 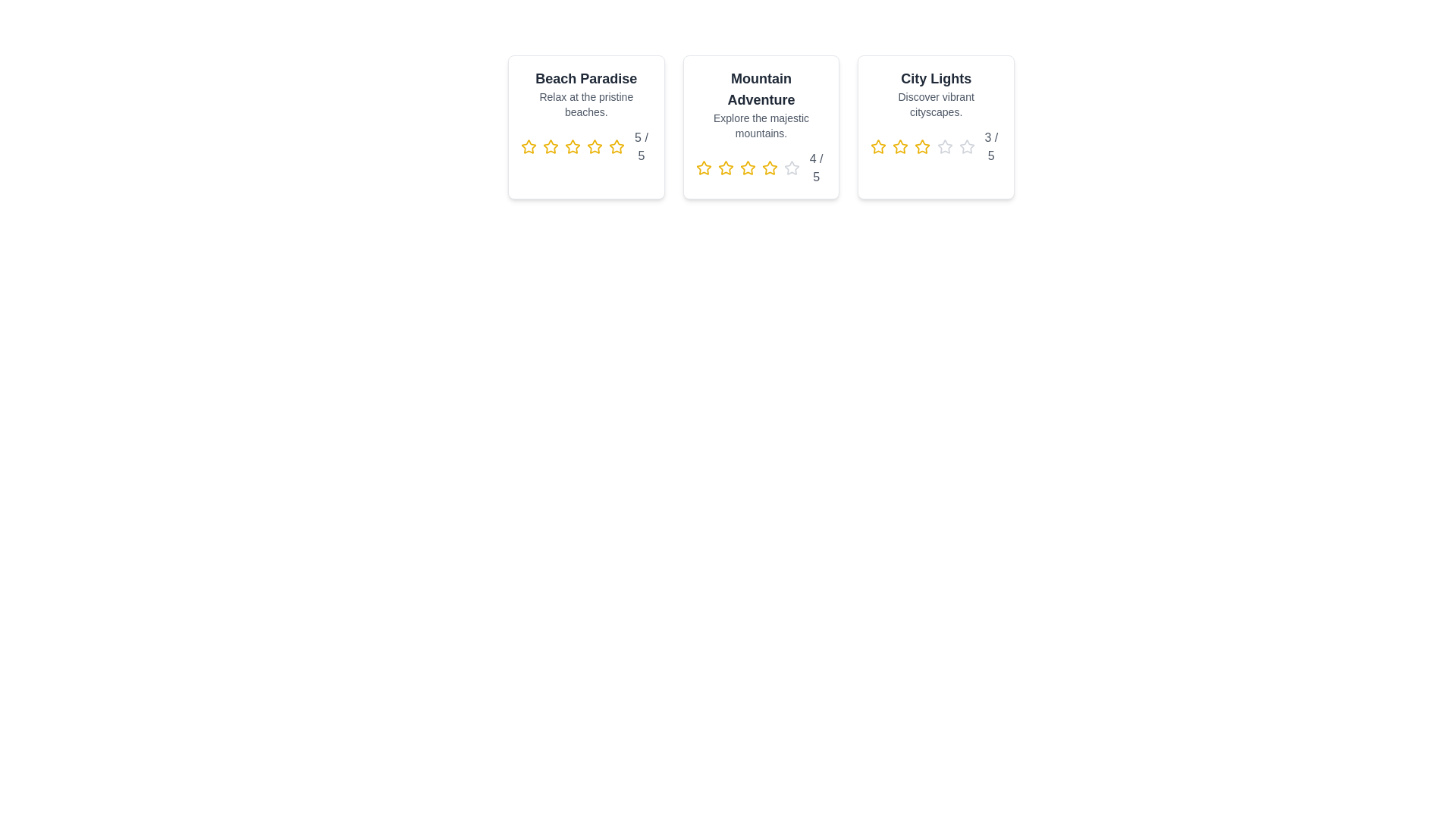 What do you see at coordinates (761, 89) in the screenshot?
I see `the destination name Mountain Adventure to view its details` at bounding box center [761, 89].